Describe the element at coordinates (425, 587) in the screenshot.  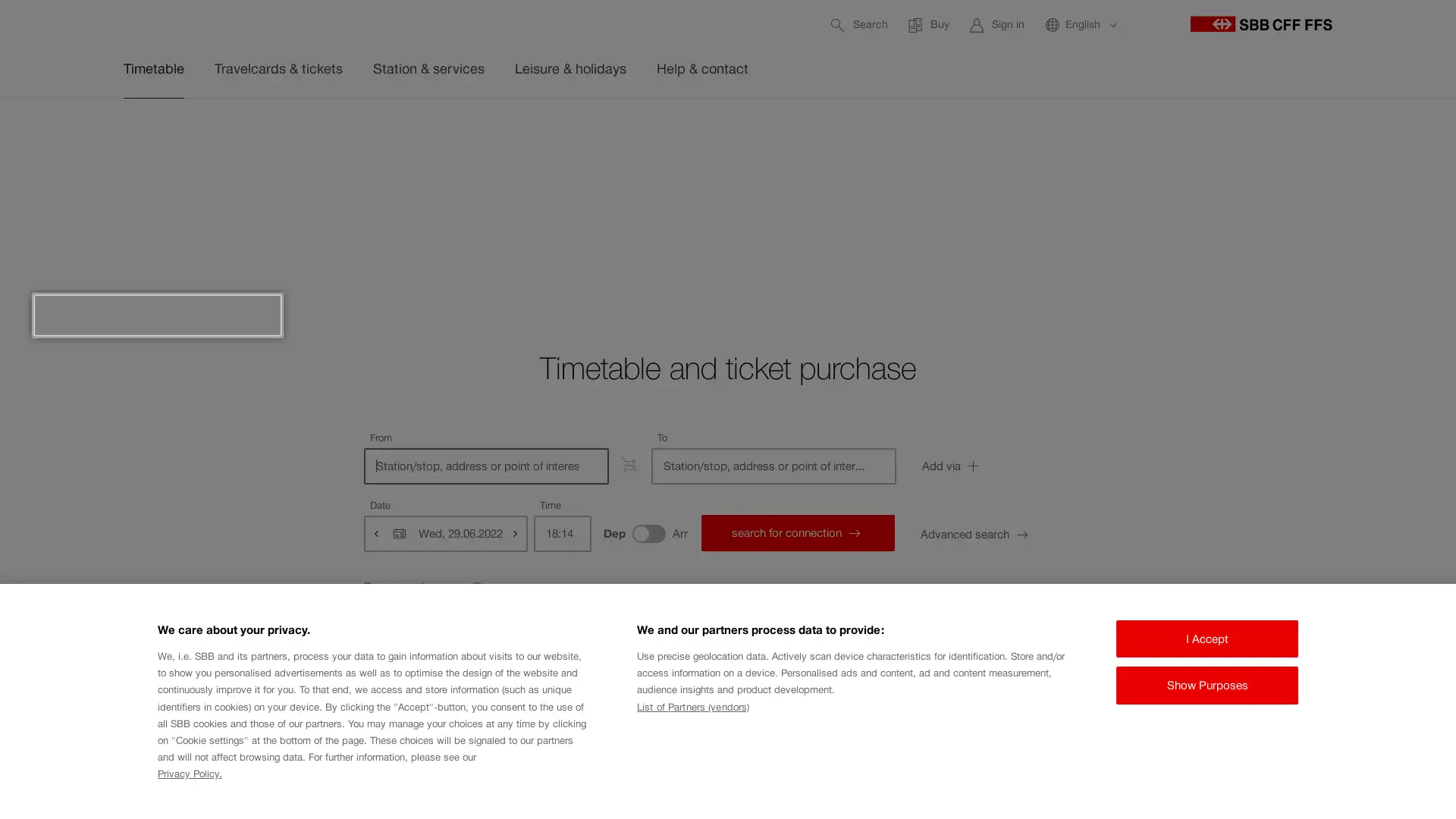
I see `Reset enquiry` at that location.